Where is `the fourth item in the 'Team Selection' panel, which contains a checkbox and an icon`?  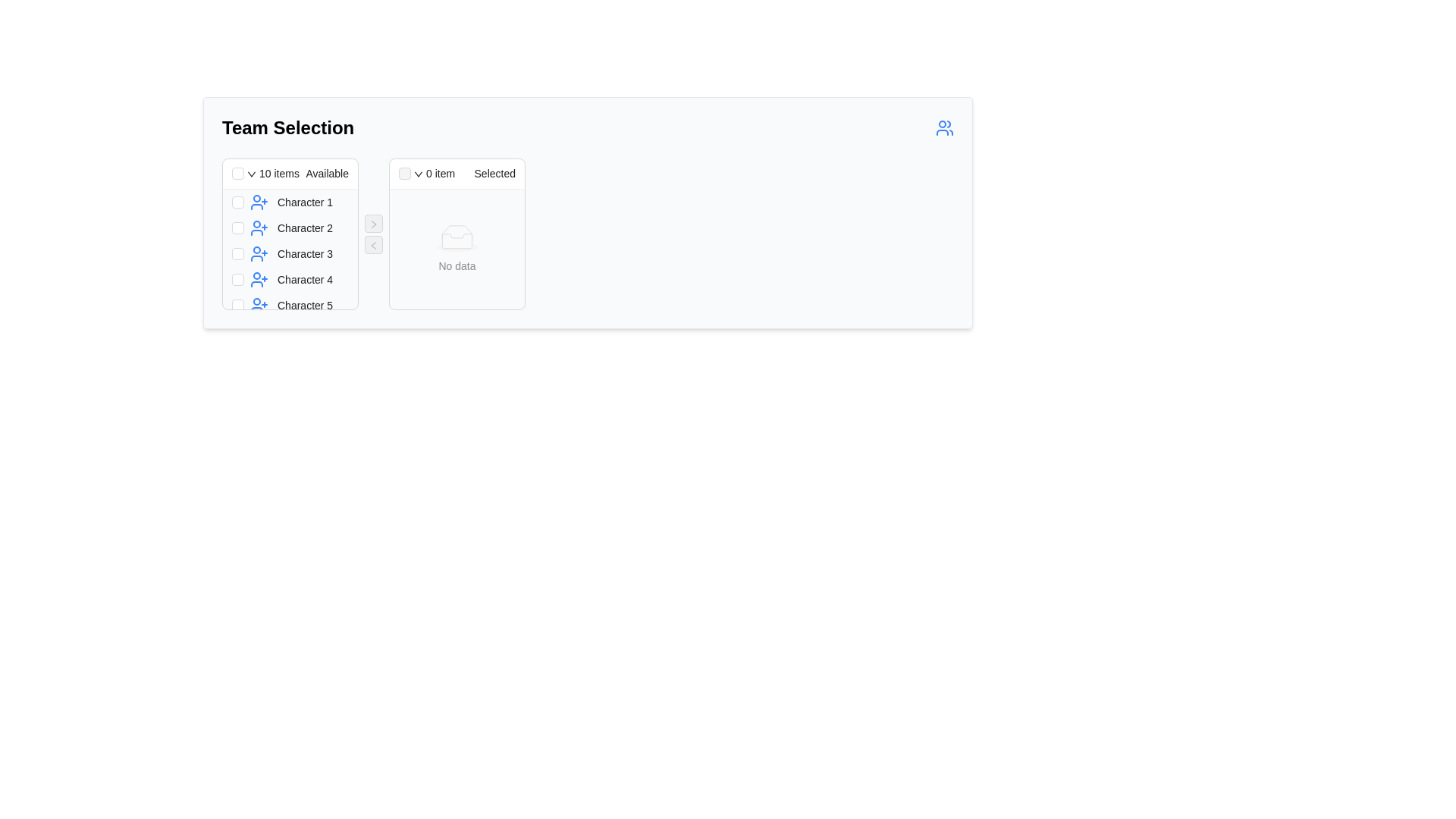 the fourth item in the 'Team Selection' panel, which contains a checkbox and an icon is located at coordinates (290, 280).